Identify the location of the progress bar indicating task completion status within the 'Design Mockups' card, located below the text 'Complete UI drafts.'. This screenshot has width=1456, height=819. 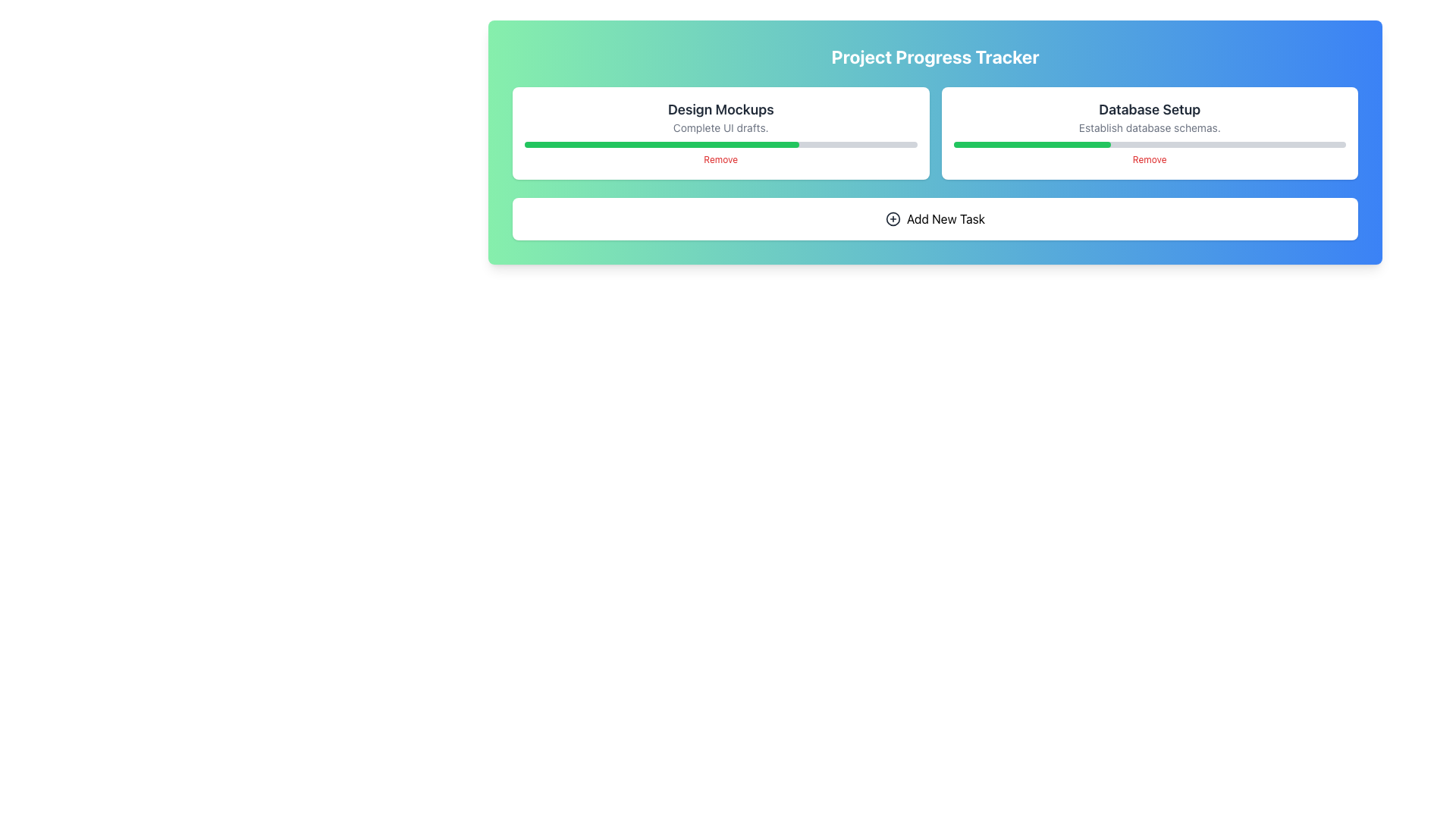
(720, 145).